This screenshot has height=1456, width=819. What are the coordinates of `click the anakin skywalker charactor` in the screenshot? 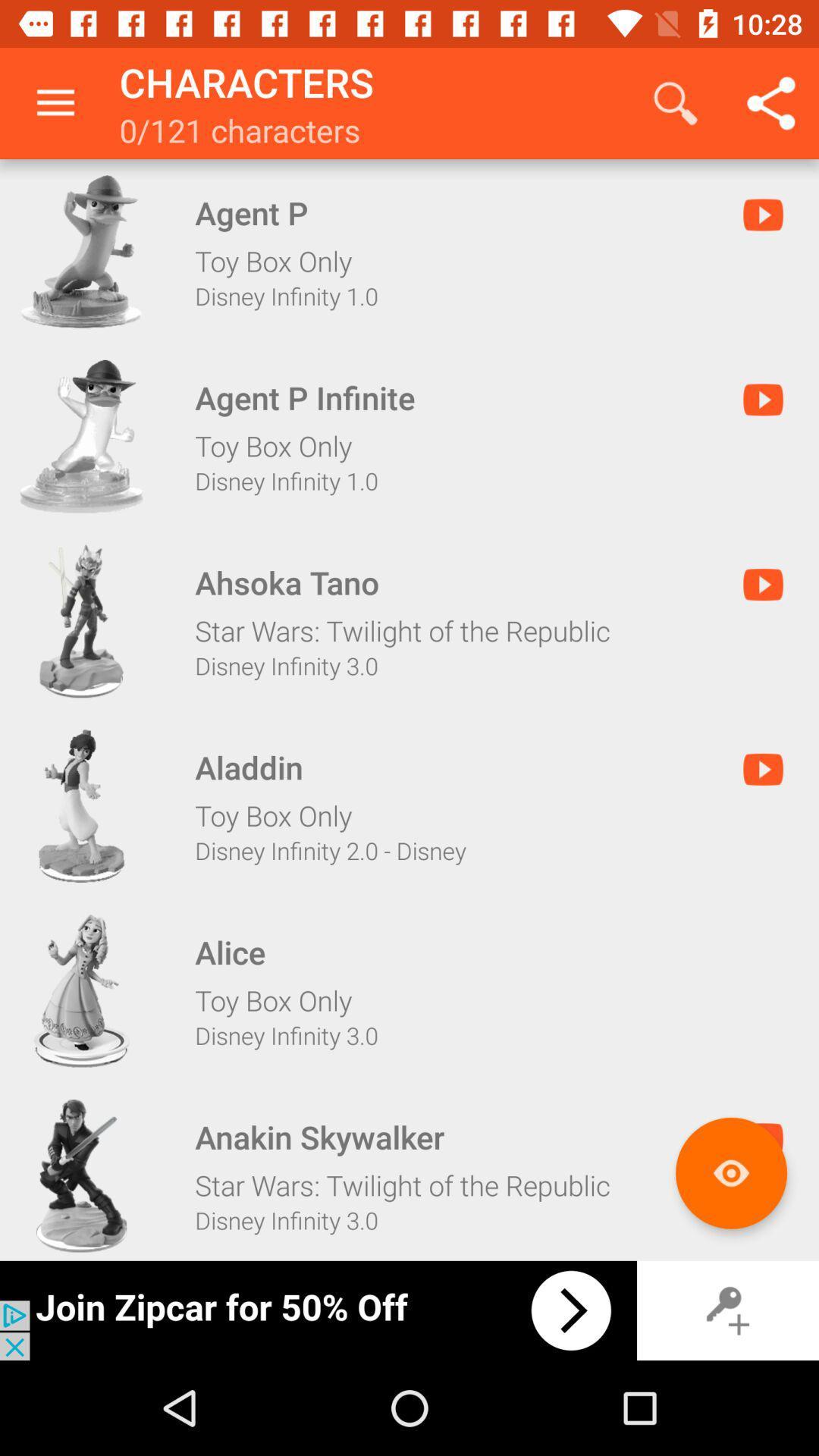 It's located at (81, 1175).